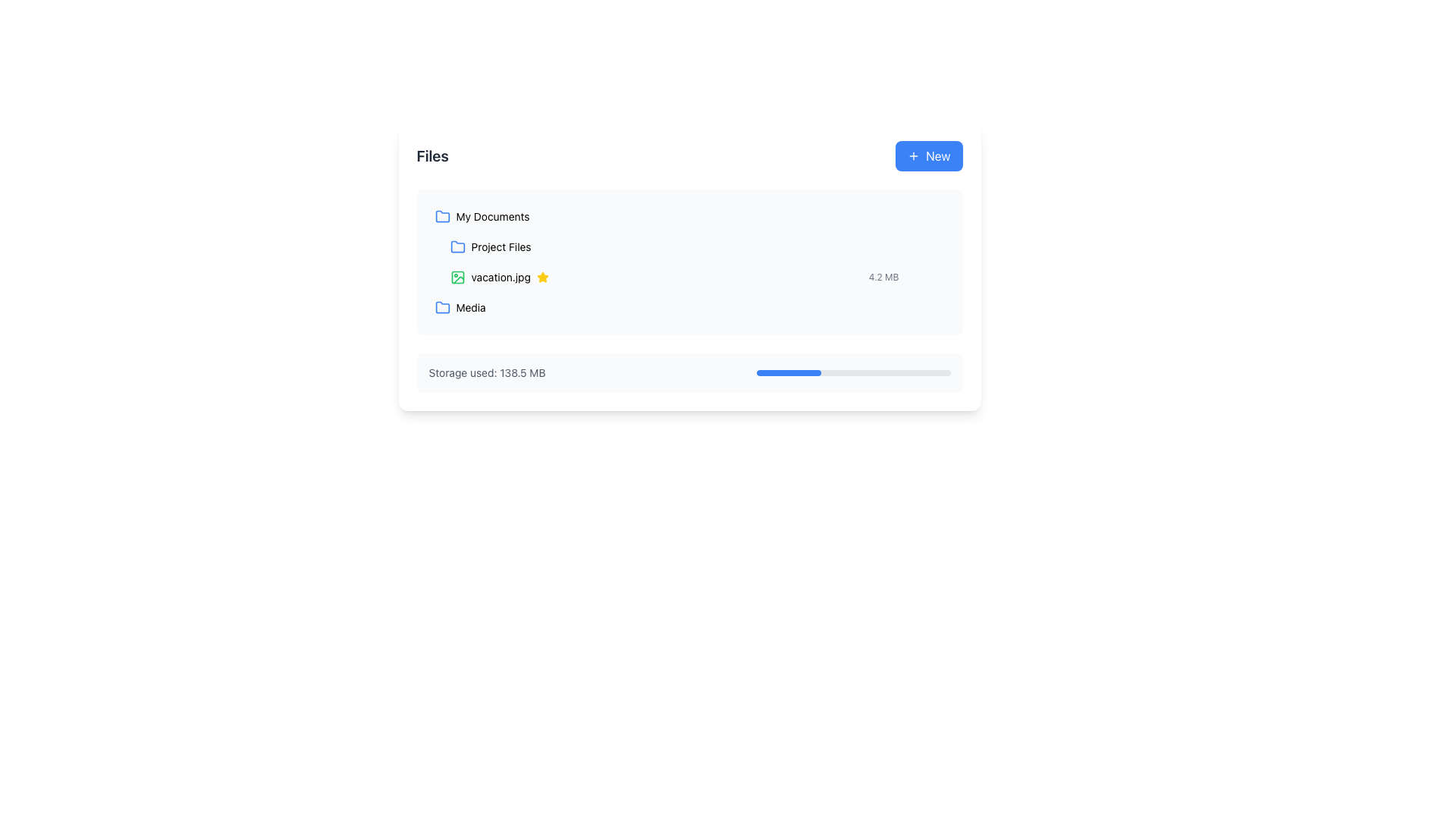 The width and height of the screenshot is (1456, 819). Describe the element at coordinates (934, 278) in the screenshot. I see `the menu trigger (vertical ellipsis) located on the right side of the row containing the file 'vacation.jpg'` at that location.